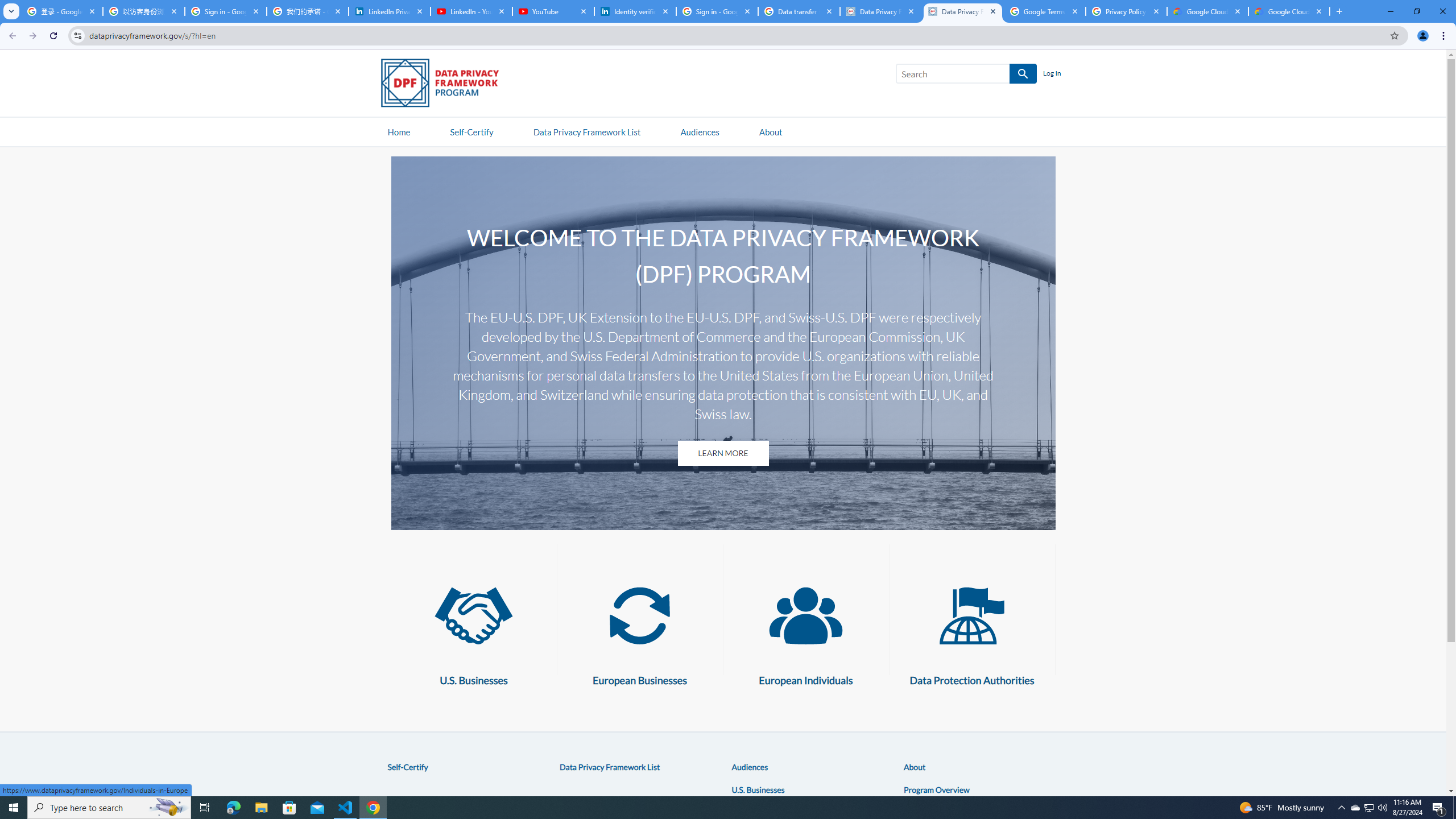 The image size is (1456, 819). Describe the element at coordinates (1051, 73) in the screenshot. I see `'Log In'` at that location.